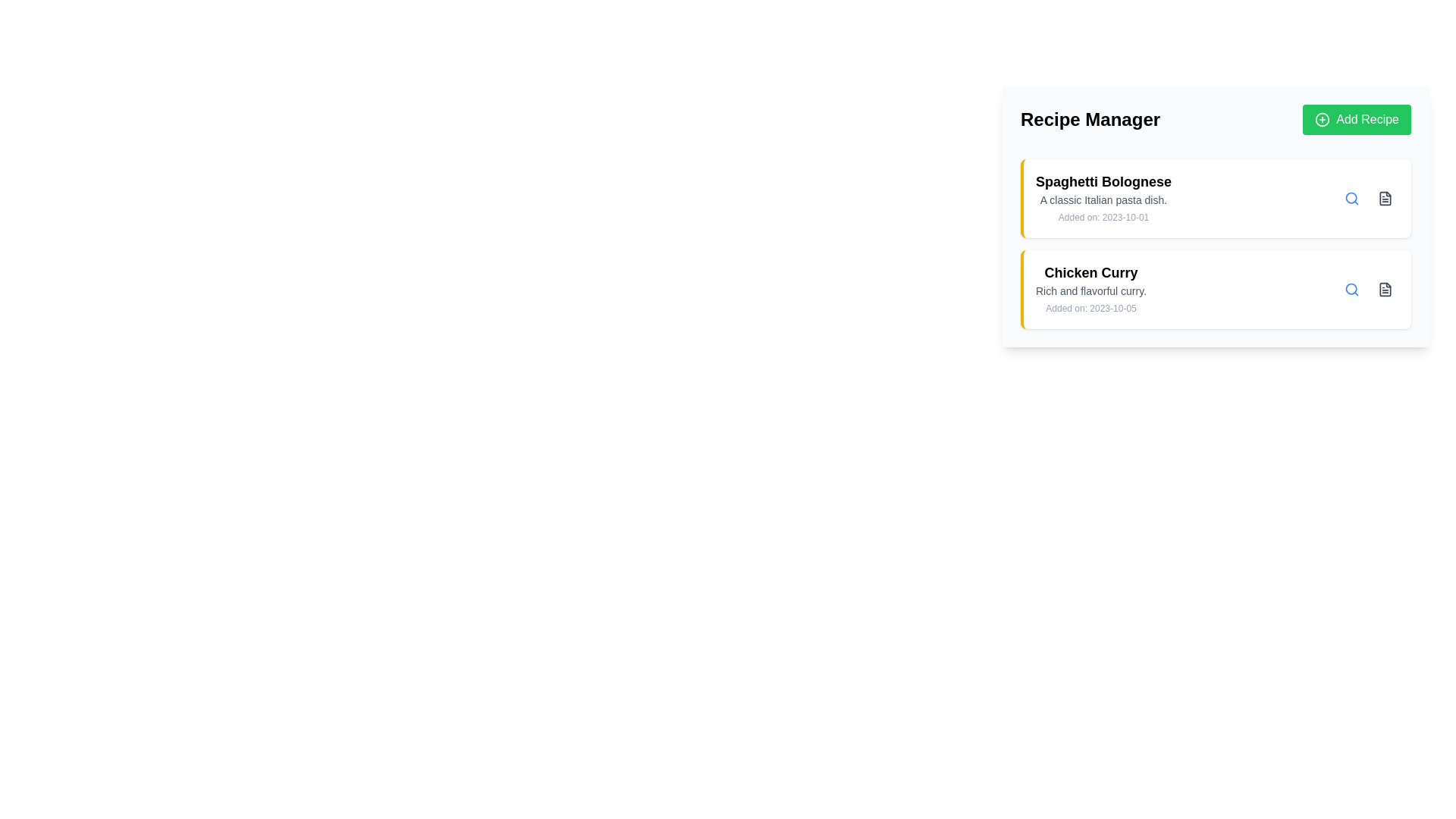 Image resolution: width=1456 pixels, height=819 pixels. What do you see at coordinates (1103, 217) in the screenshot?
I see `the static text label that displays the metadata about when the recipe was added, located below the title 'Spaghetti Bolognese'` at bounding box center [1103, 217].